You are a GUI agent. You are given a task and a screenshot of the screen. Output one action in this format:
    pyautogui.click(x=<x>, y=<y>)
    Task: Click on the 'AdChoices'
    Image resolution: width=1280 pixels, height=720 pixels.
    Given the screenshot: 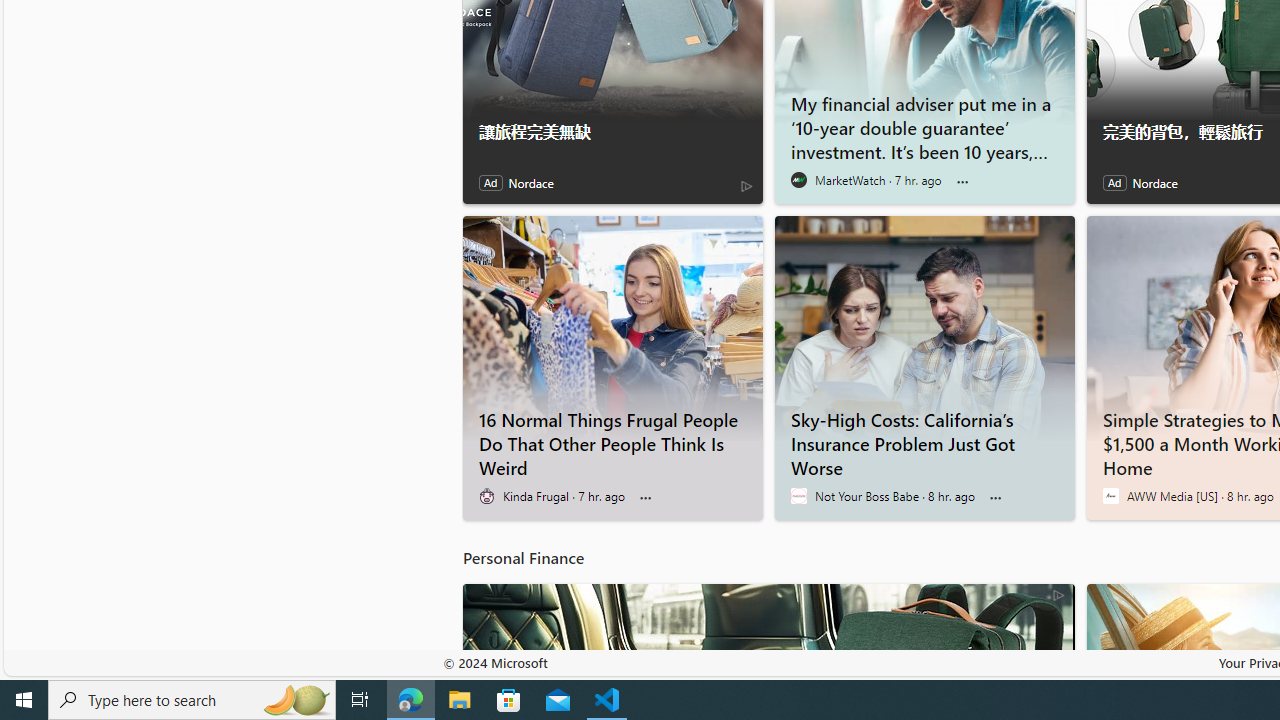 What is the action you would take?
    pyautogui.click(x=1057, y=594)
    